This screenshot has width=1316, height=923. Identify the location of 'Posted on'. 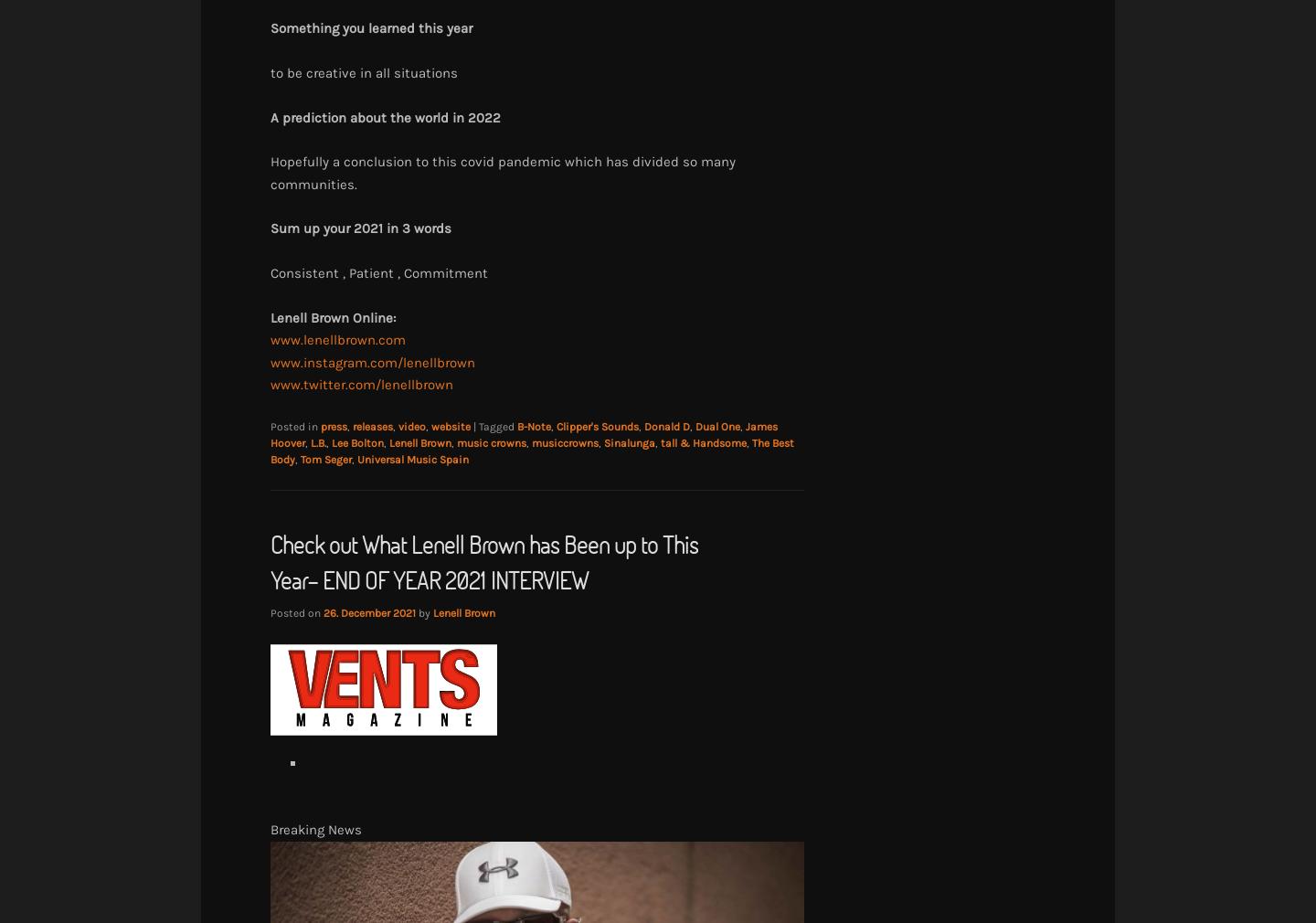
(297, 612).